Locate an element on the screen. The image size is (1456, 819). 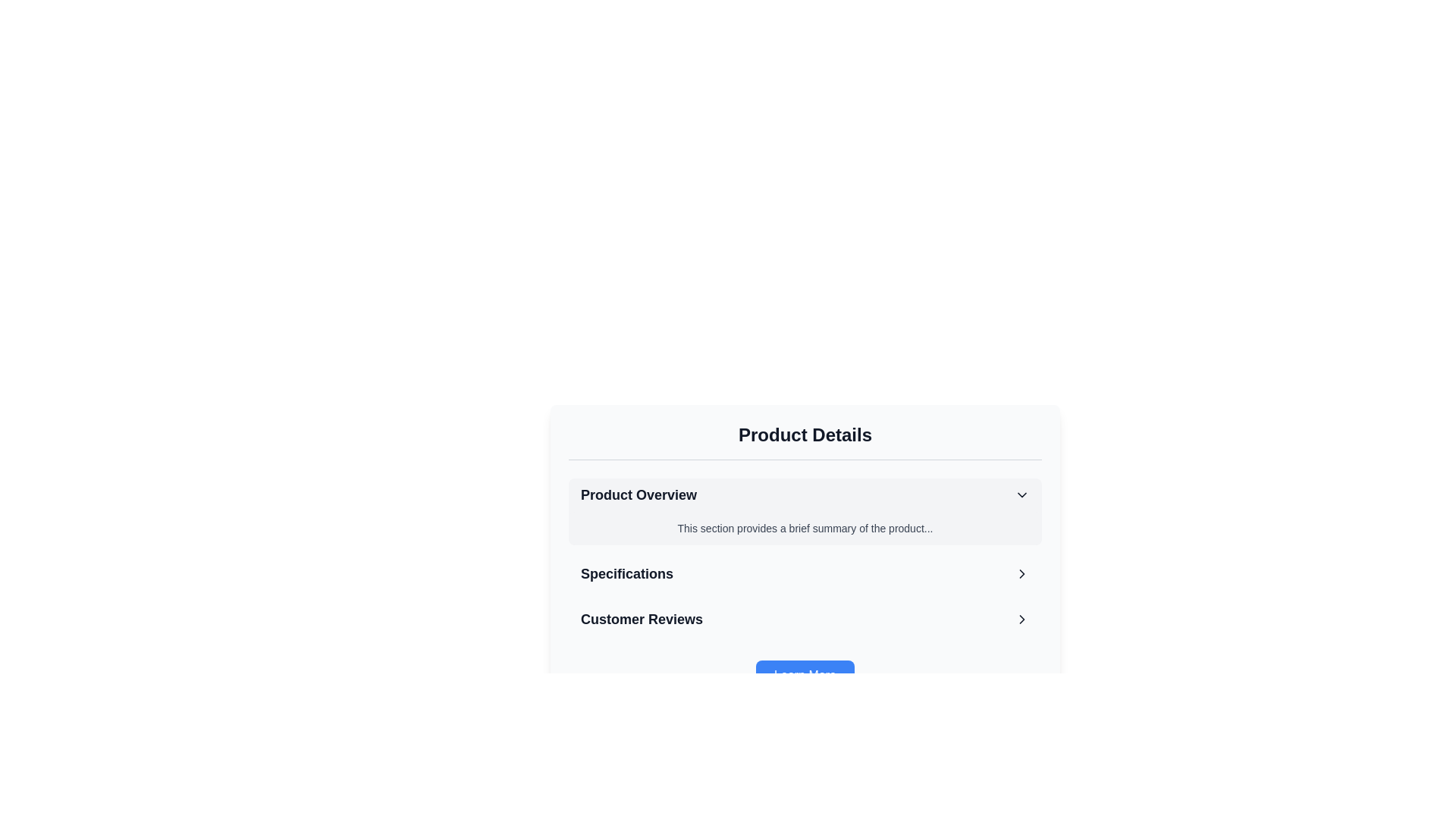
the chevron icon that indicates the expandable 'Product Overview' section located on the far right of the list item is located at coordinates (1022, 494).